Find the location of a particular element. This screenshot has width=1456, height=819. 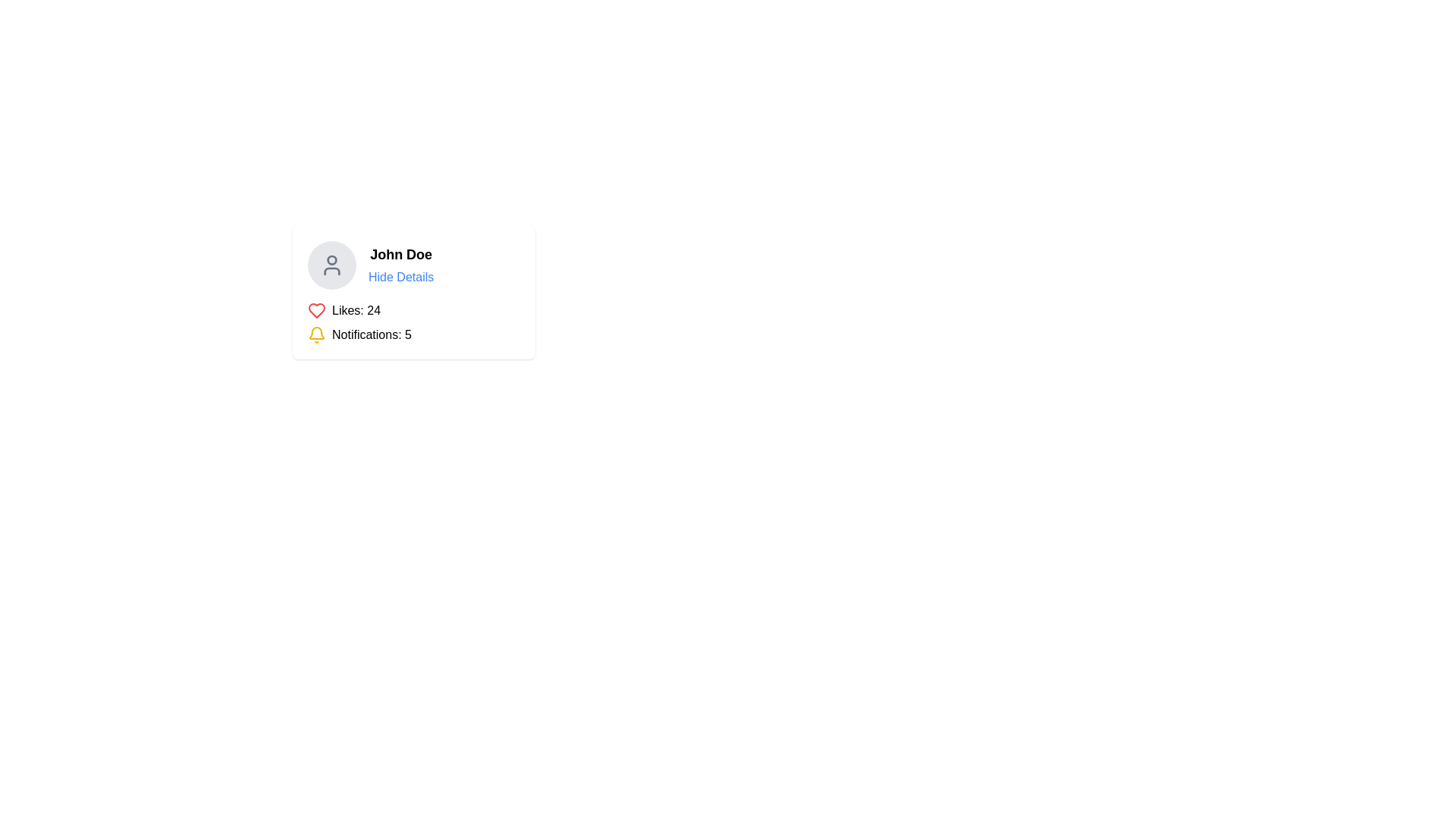

the user profile icon, which is a circular light gray icon located at the upper-left corner of the profile information card is located at coordinates (331, 265).